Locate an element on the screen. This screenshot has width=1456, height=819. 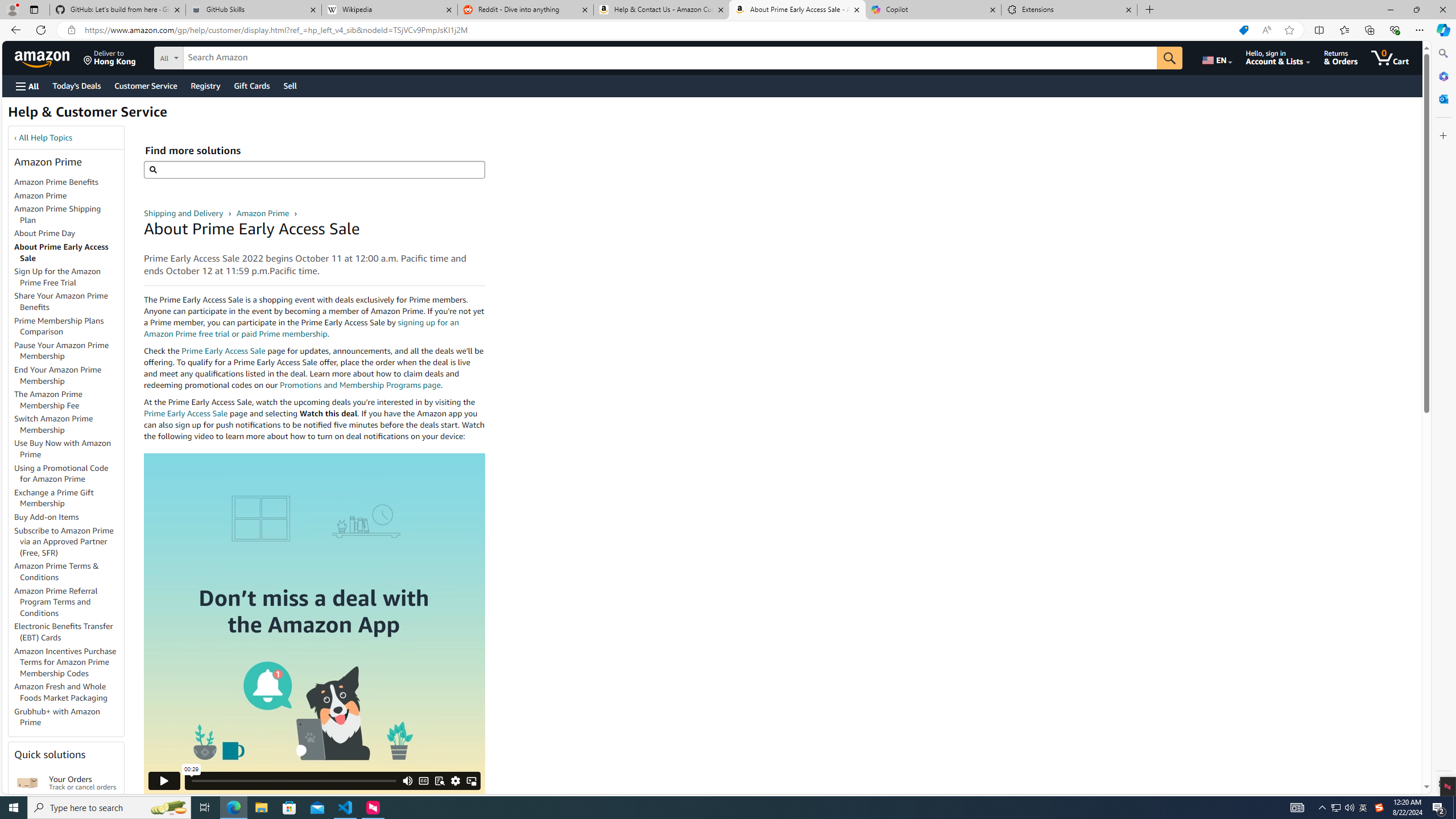
'Grubhub+ with Amazon Prime' is located at coordinates (69, 717).